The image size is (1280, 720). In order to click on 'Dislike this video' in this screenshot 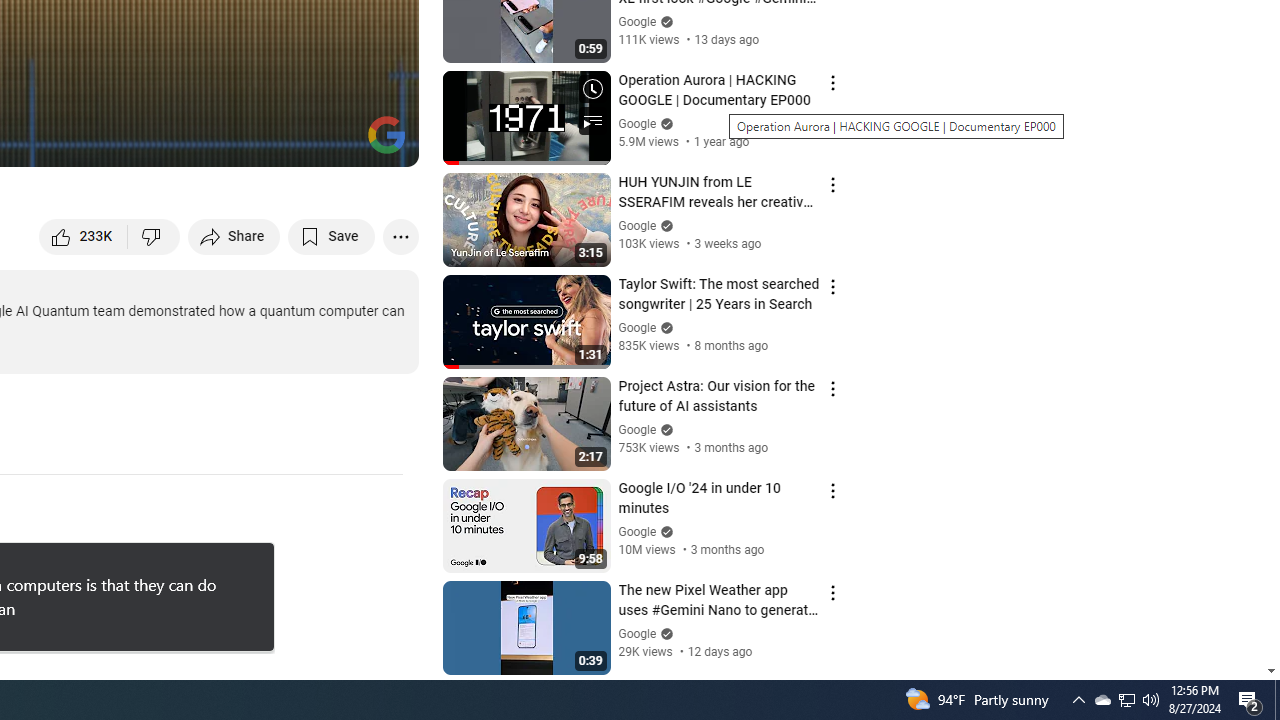, I will do `click(153, 235)`.